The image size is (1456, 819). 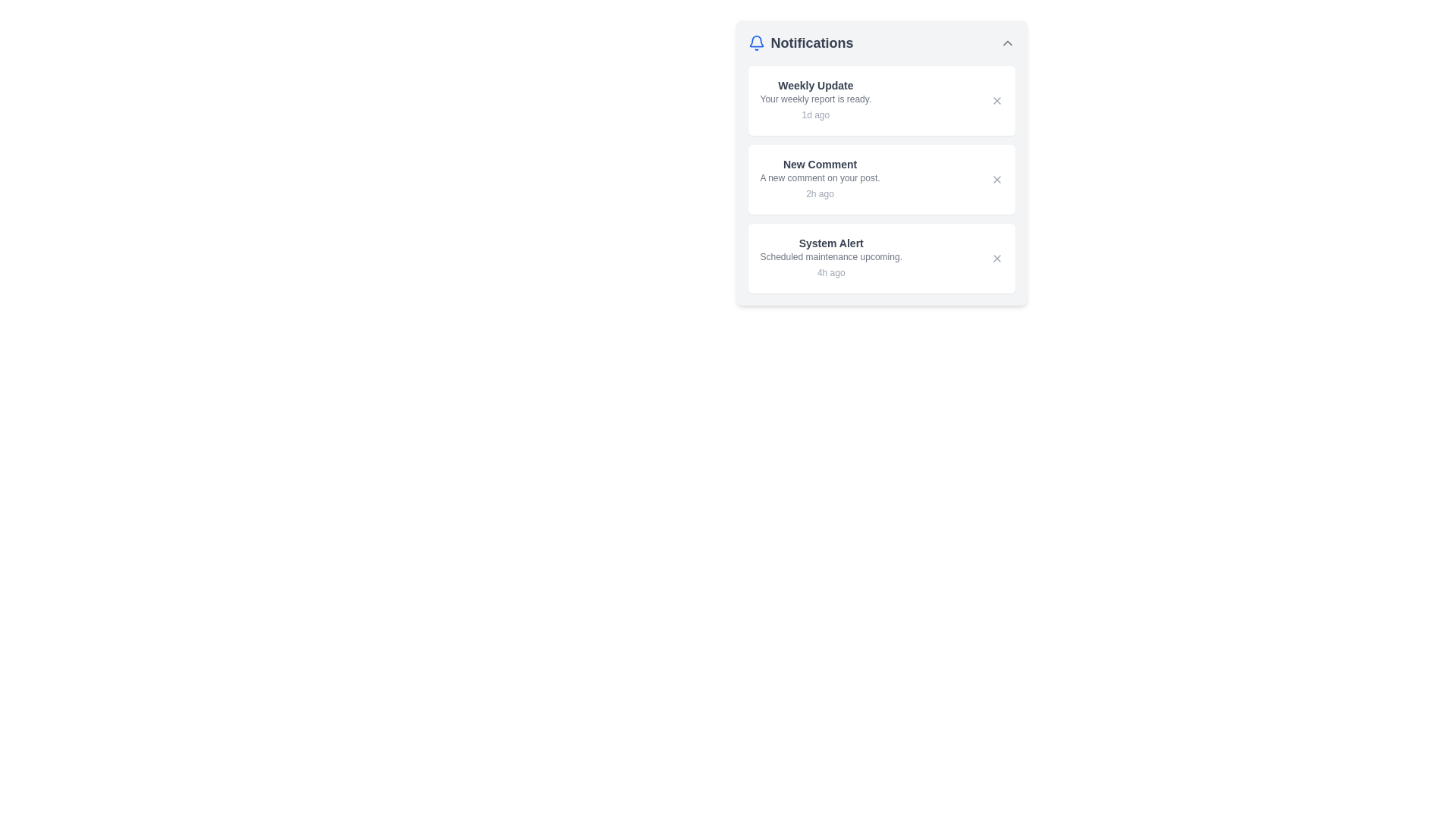 I want to click on the arrow button located at the top-right corner of the notification panel header, so click(x=1007, y=42).